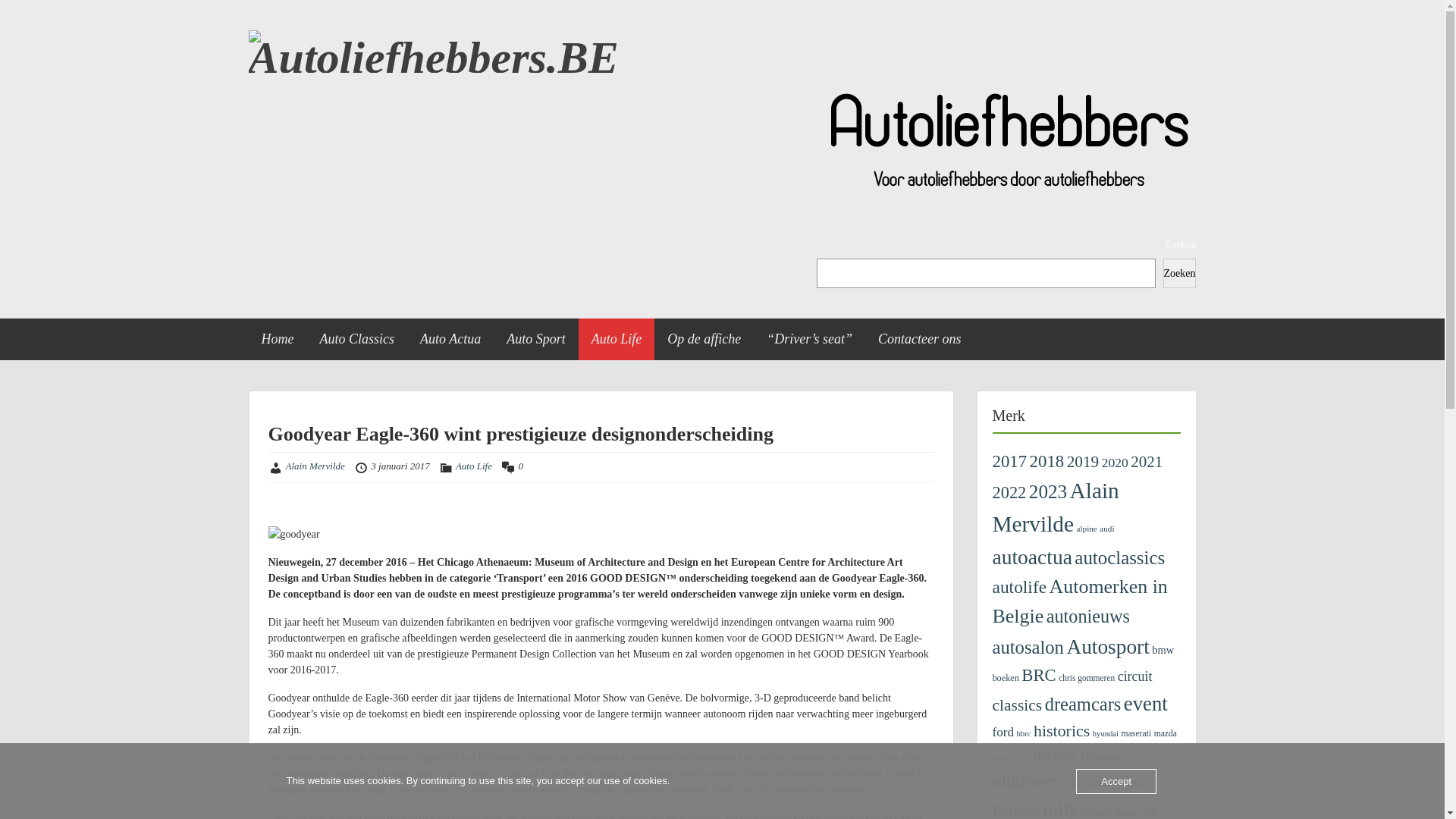 Image resolution: width=1456 pixels, height=819 pixels. Describe the element at coordinates (248, 338) in the screenshot. I see `'Home'` at that location.